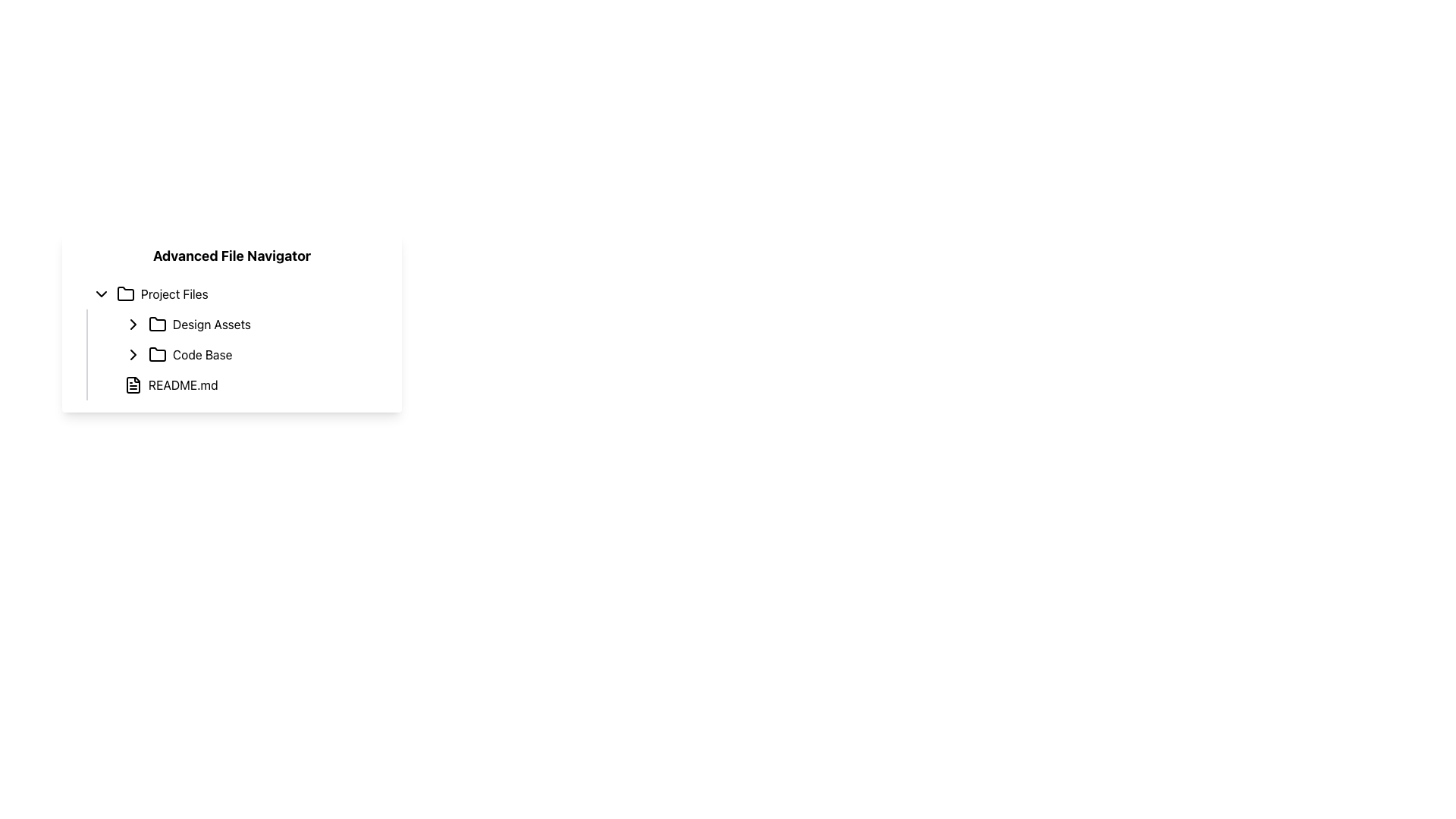 Image resolution: width=1456 pixels, height=819 pixels. I want to click on the folder icon representing 'Project Files' located to the left of the text in the file navigation section, so click(126, 294).